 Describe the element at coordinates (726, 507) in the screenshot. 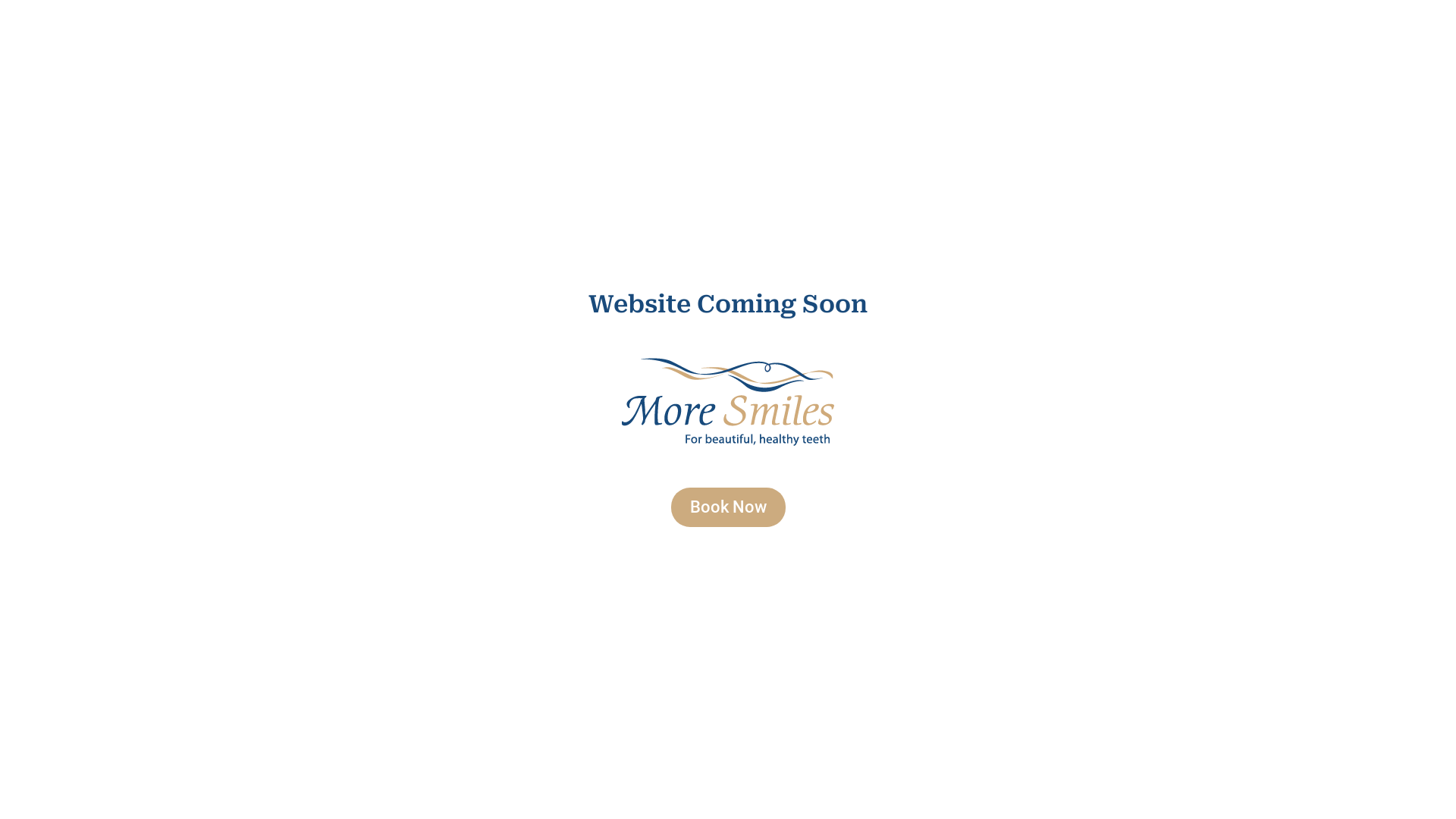

I see `'Book Now'` at that location.